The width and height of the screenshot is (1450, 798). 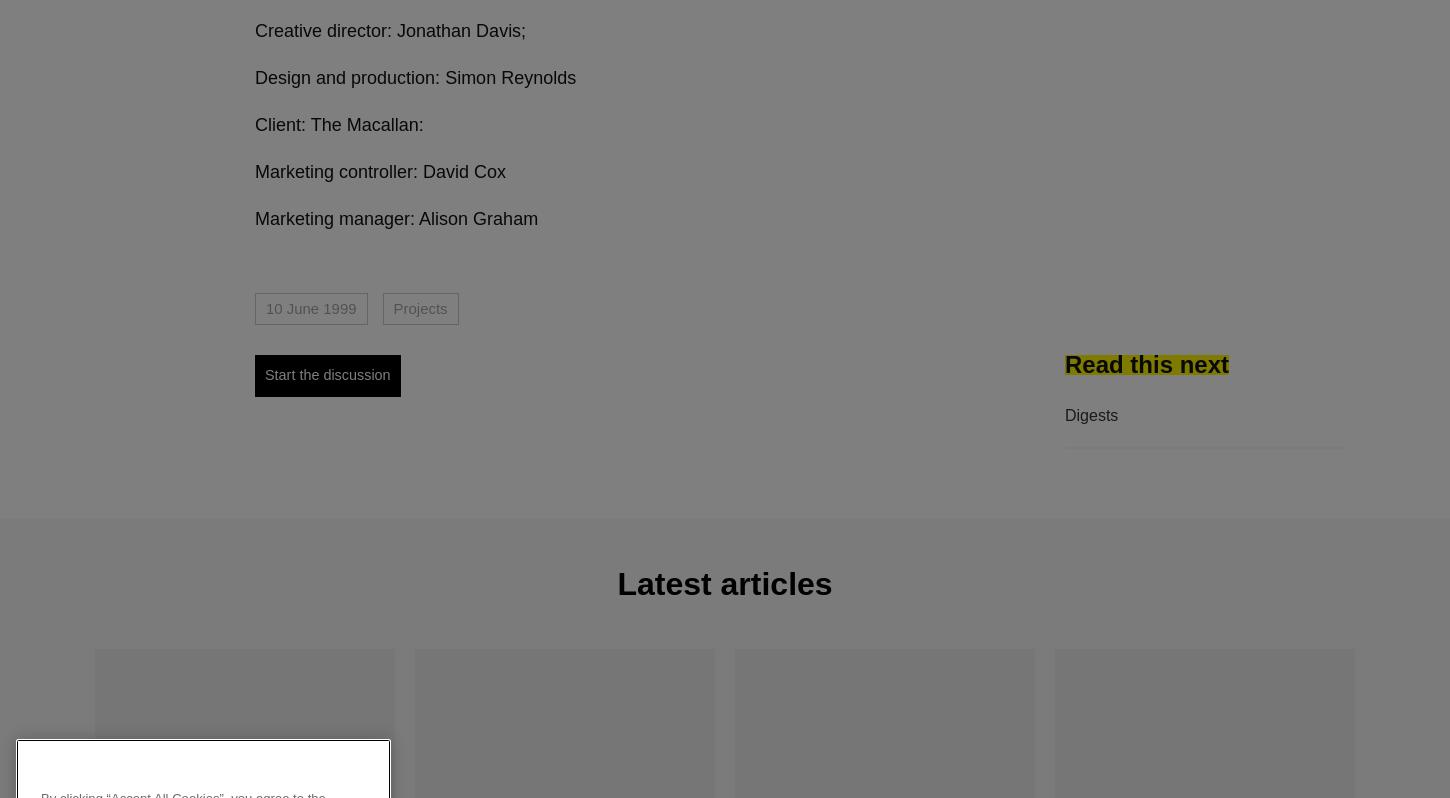 I want to click on 'Client: The Macallan:', so click(x=339, y=123).